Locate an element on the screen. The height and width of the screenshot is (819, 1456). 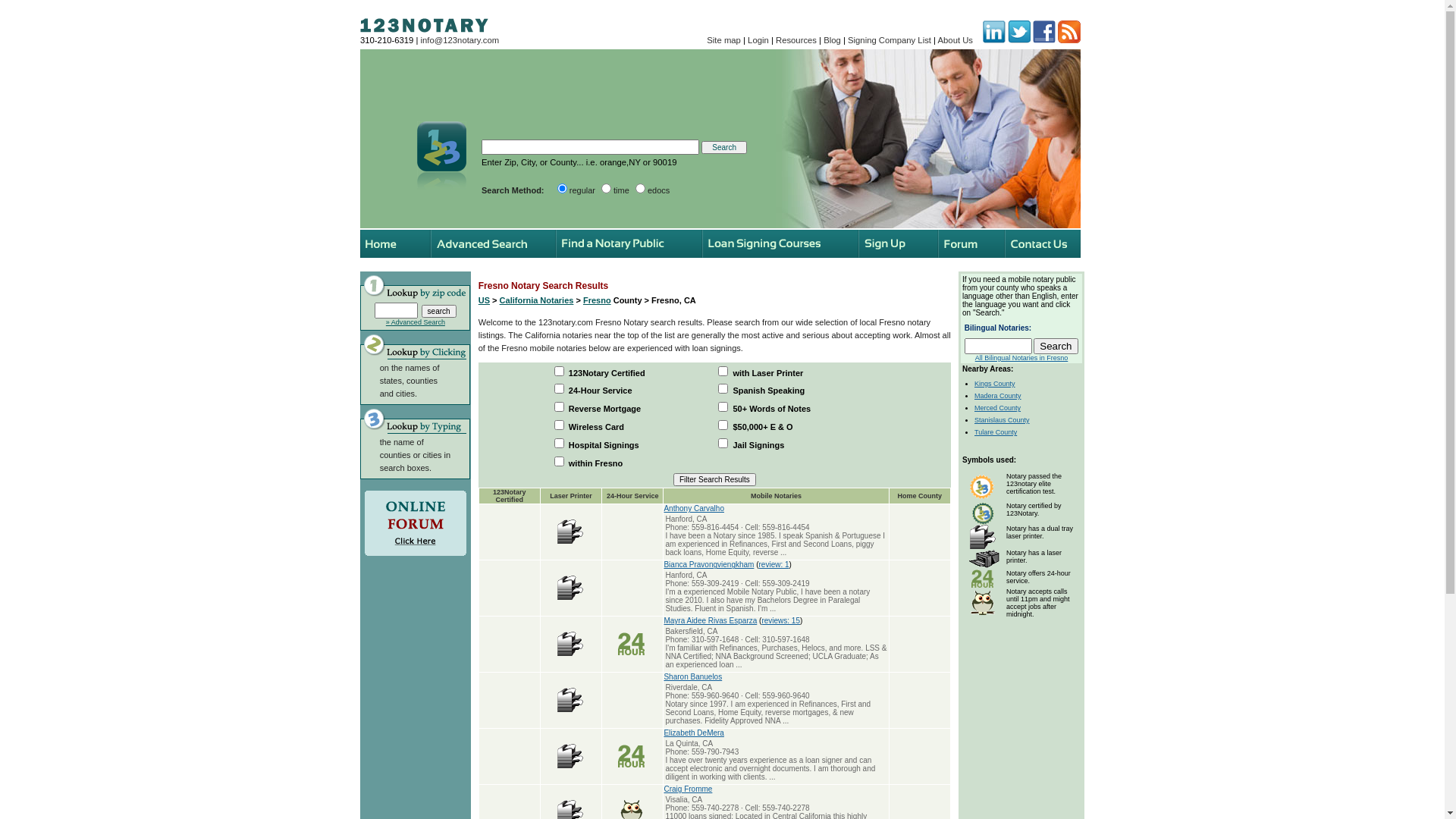
'Fresno' is located at coordinates (596, 300).